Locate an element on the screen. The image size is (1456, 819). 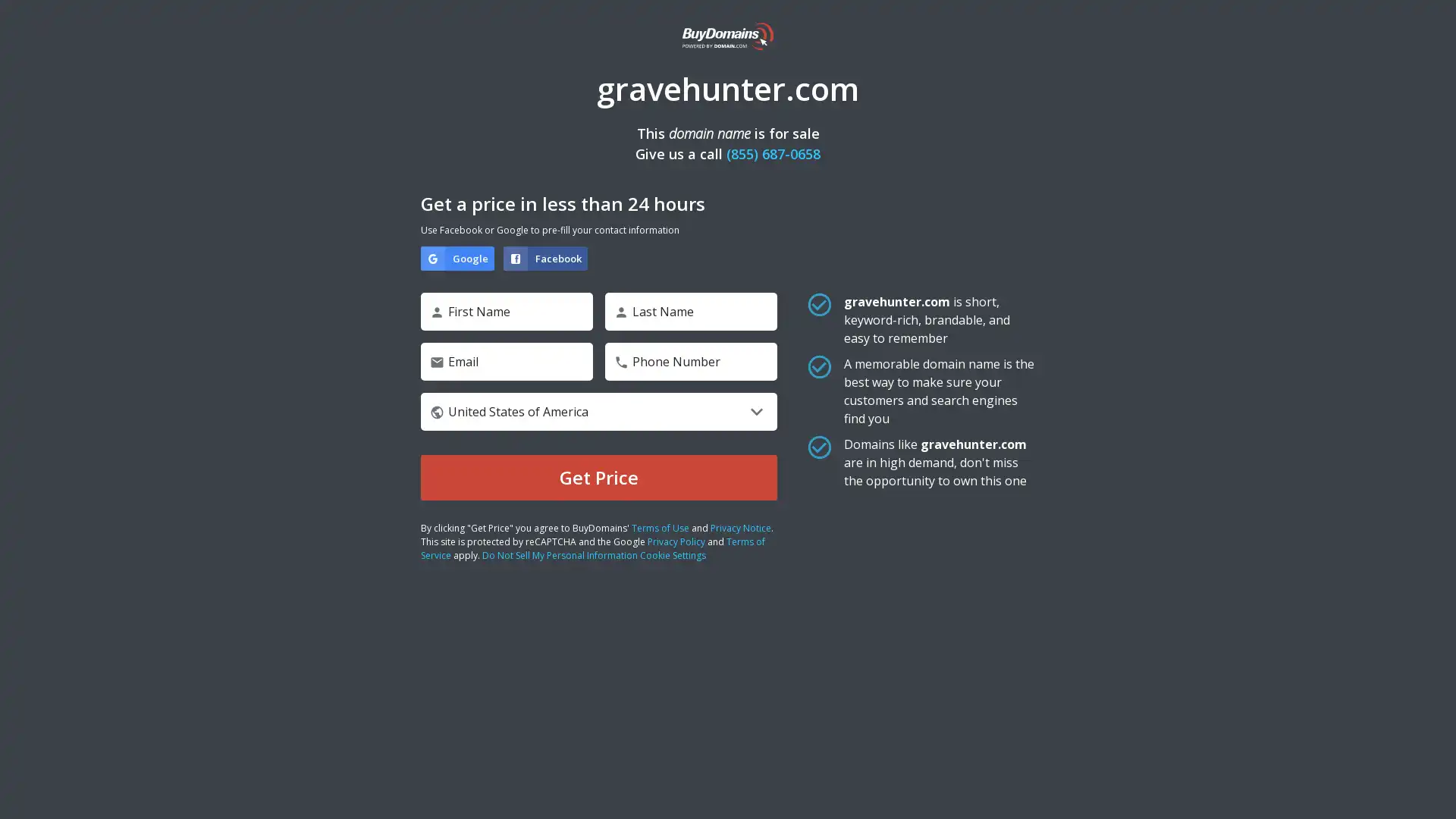
Got It is located at coordinates (154, 719).